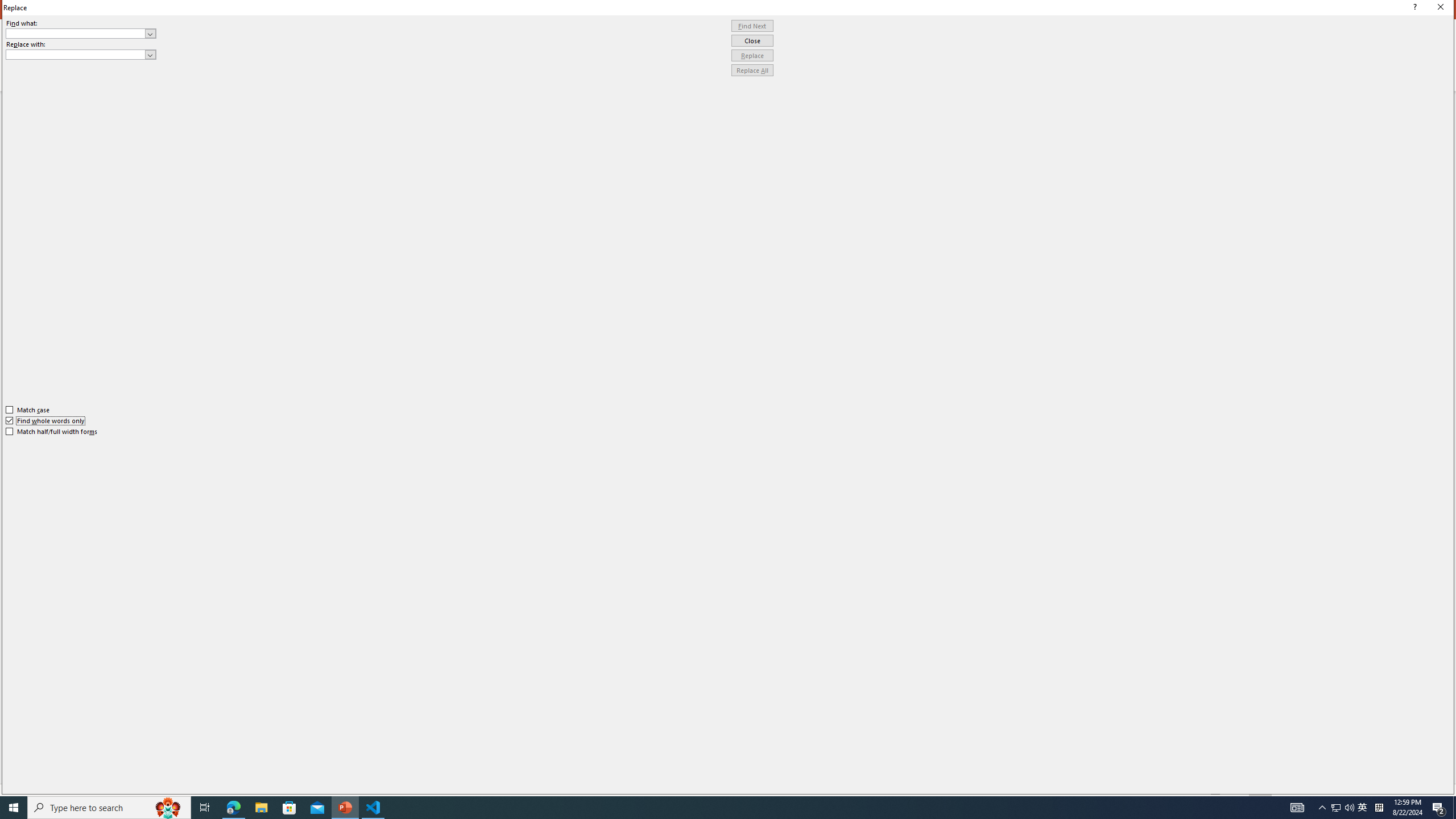 The width and height of the screenshot is (1456, 819). Describe the element at coordinates (1413, 9) in the screenshot. I see `'Context help'` at that location.